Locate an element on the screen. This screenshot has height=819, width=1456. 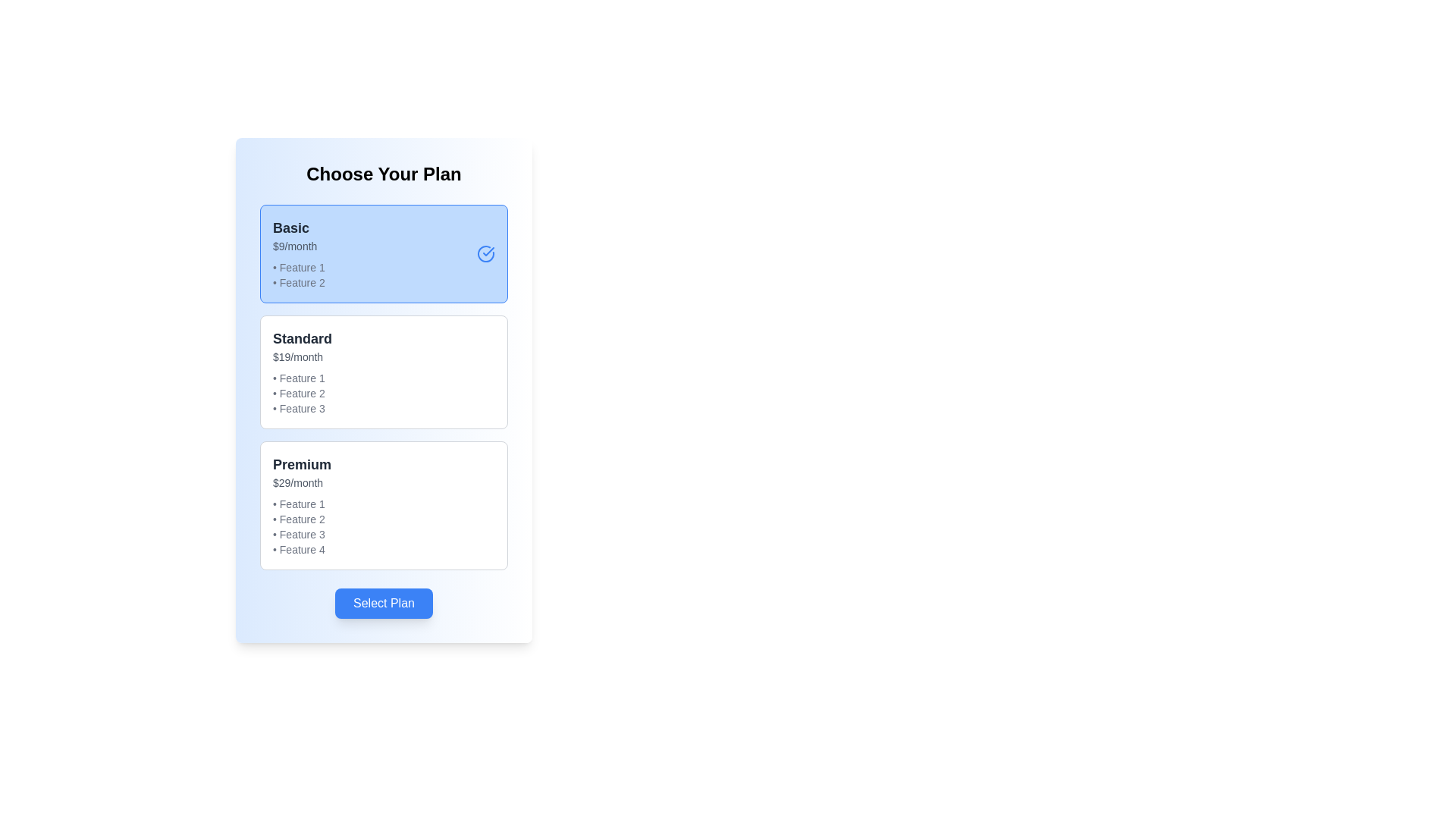
the second bullet point text label that details the features of the 'Standard' plan, located between 'Feature 1' and 'Feature 3' is located at coordinates (302, 393).